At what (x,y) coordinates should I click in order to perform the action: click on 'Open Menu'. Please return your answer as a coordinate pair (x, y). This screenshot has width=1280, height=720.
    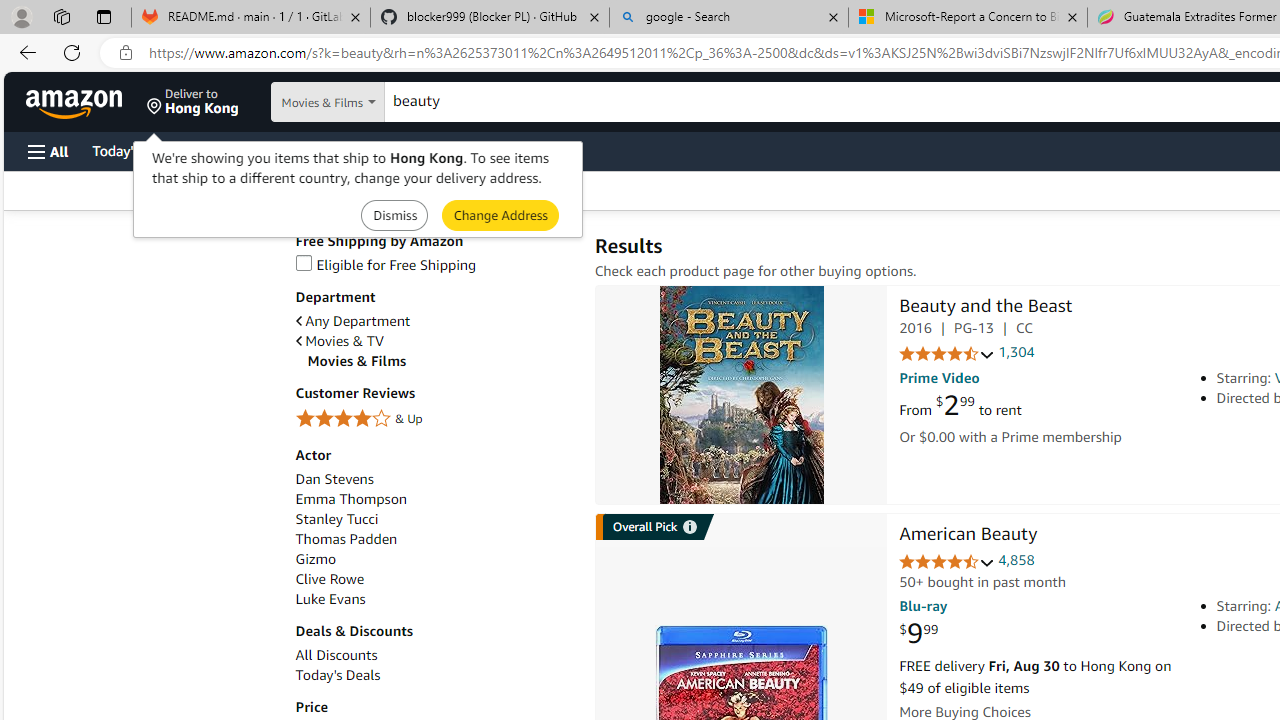
    Looking at the image, I should click on (48, 150).